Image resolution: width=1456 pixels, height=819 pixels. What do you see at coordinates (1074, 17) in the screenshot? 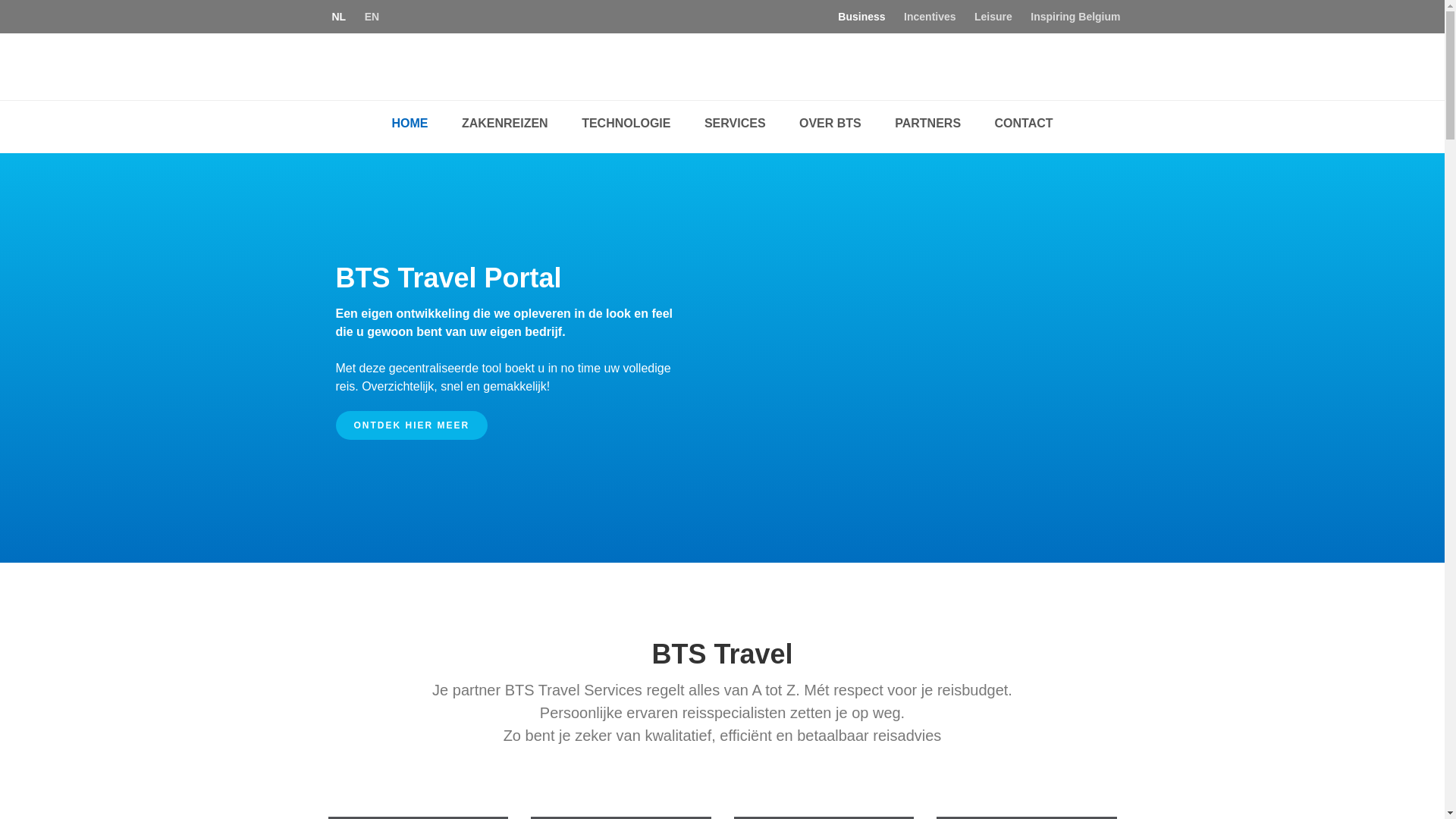
I see `'Inspiring Belgium'` at bounding box center [1074, 17].